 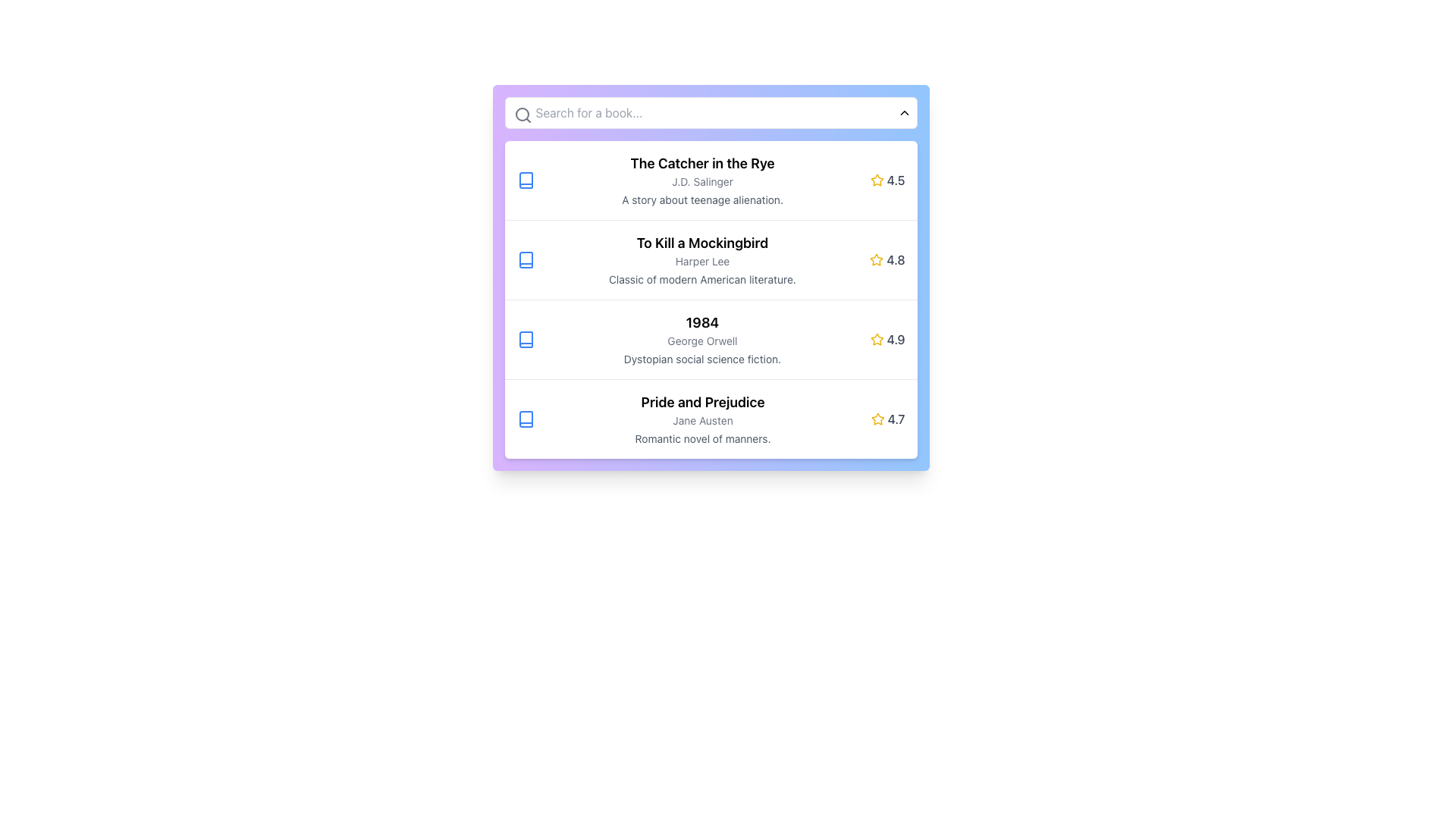 I want to click on the text content block displaying 'The Catcher in the Rye' by J.D. Salinger, which includes a description about teenage alienation, located at the top of the vertical list below the search bar, so click(x=701, y=180).